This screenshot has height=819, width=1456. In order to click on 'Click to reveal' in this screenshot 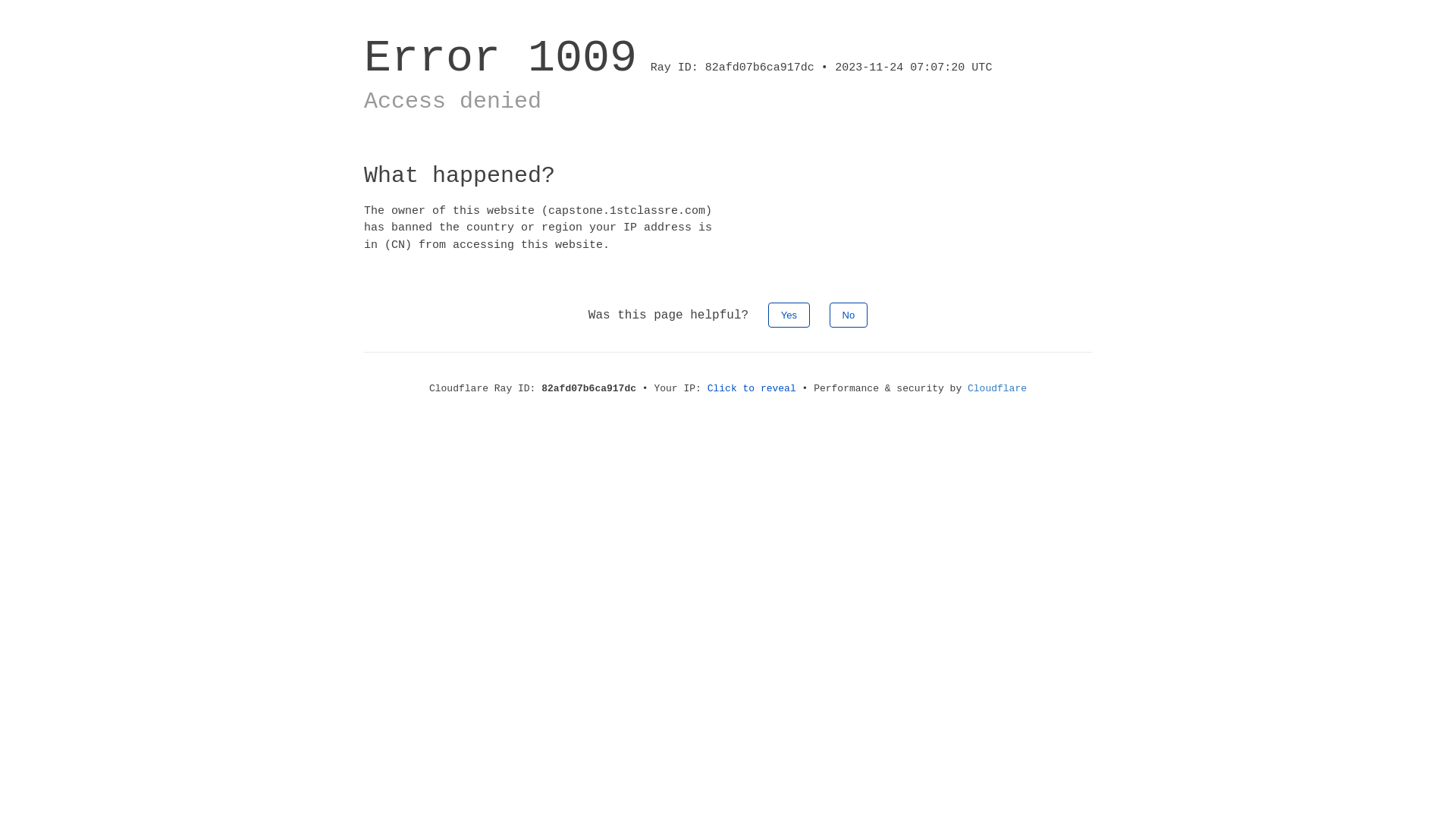, I will do `click(752, 388)`.